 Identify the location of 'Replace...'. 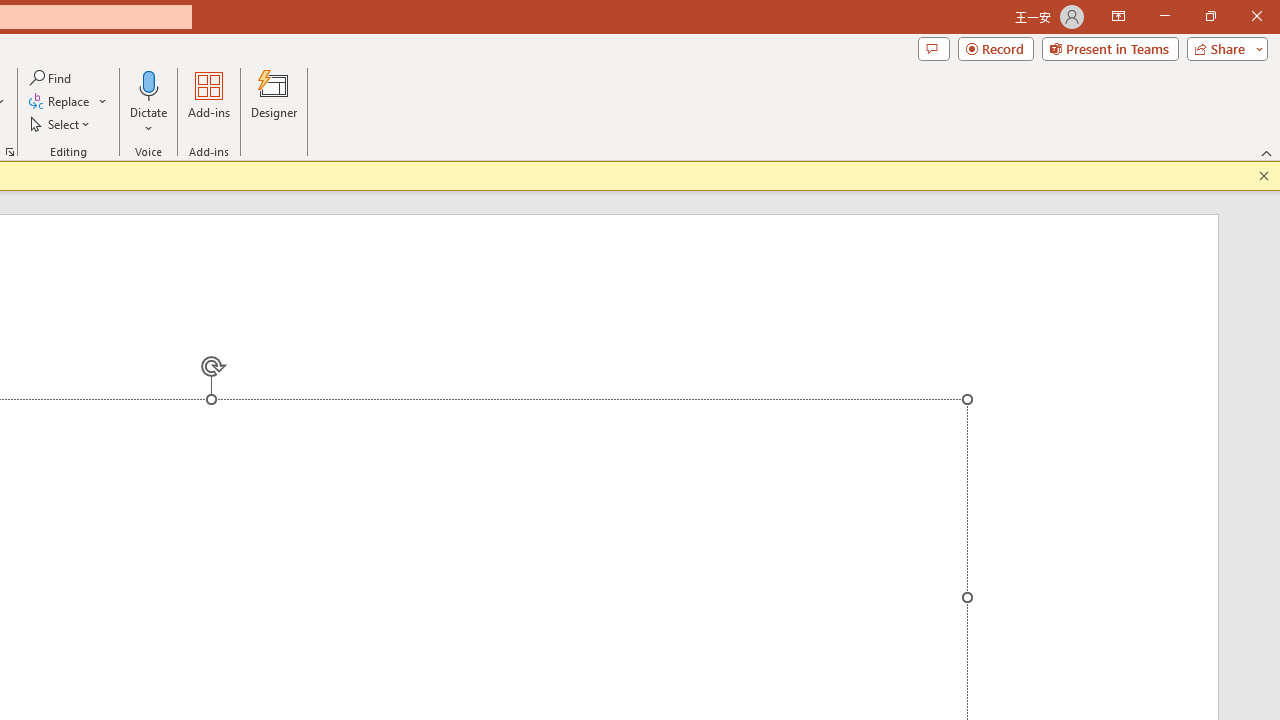
(60, 101).